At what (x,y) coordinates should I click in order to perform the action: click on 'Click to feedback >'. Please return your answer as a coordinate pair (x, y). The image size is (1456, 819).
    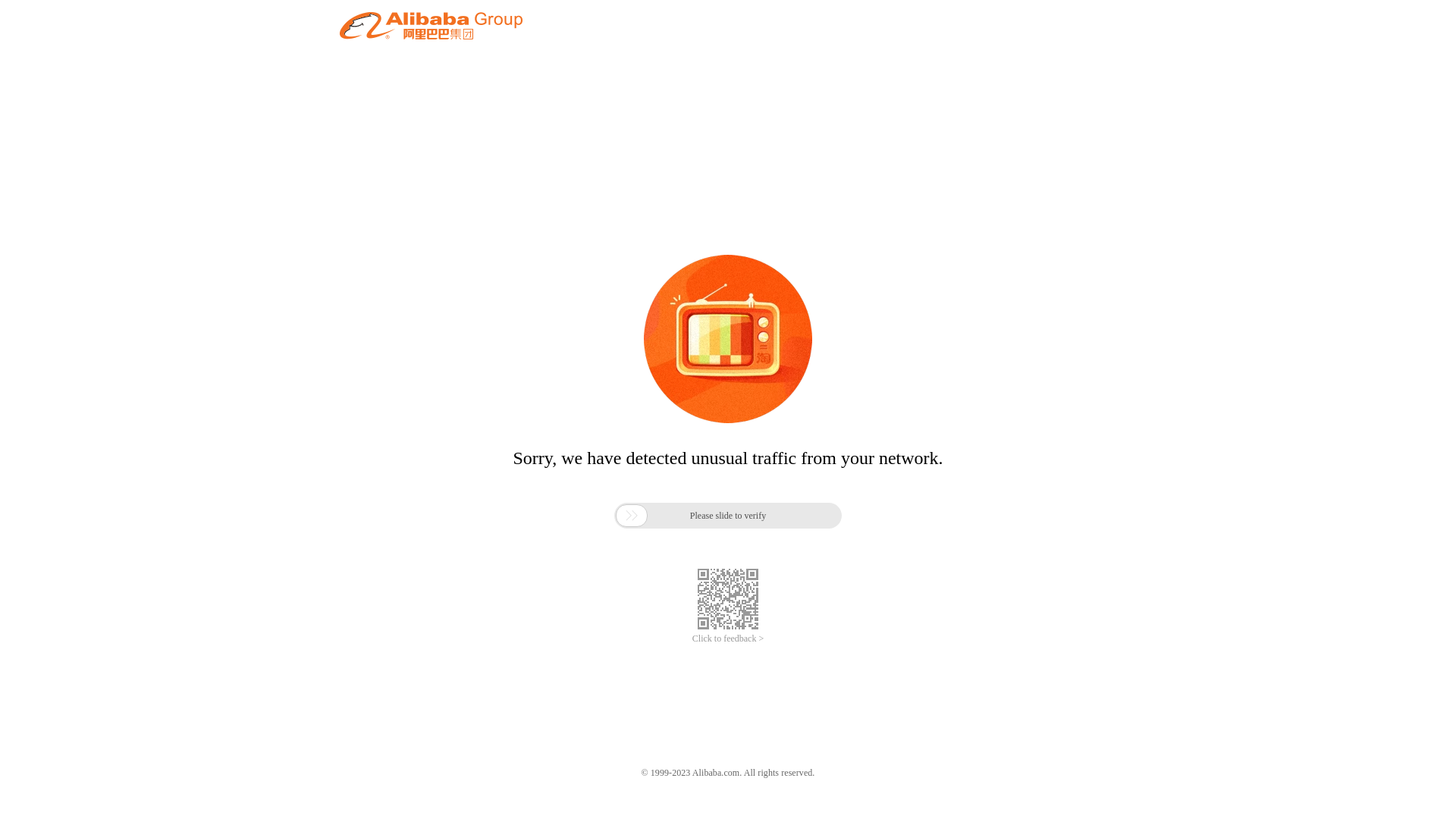
    Looking at the image, I should click on (728, 639).